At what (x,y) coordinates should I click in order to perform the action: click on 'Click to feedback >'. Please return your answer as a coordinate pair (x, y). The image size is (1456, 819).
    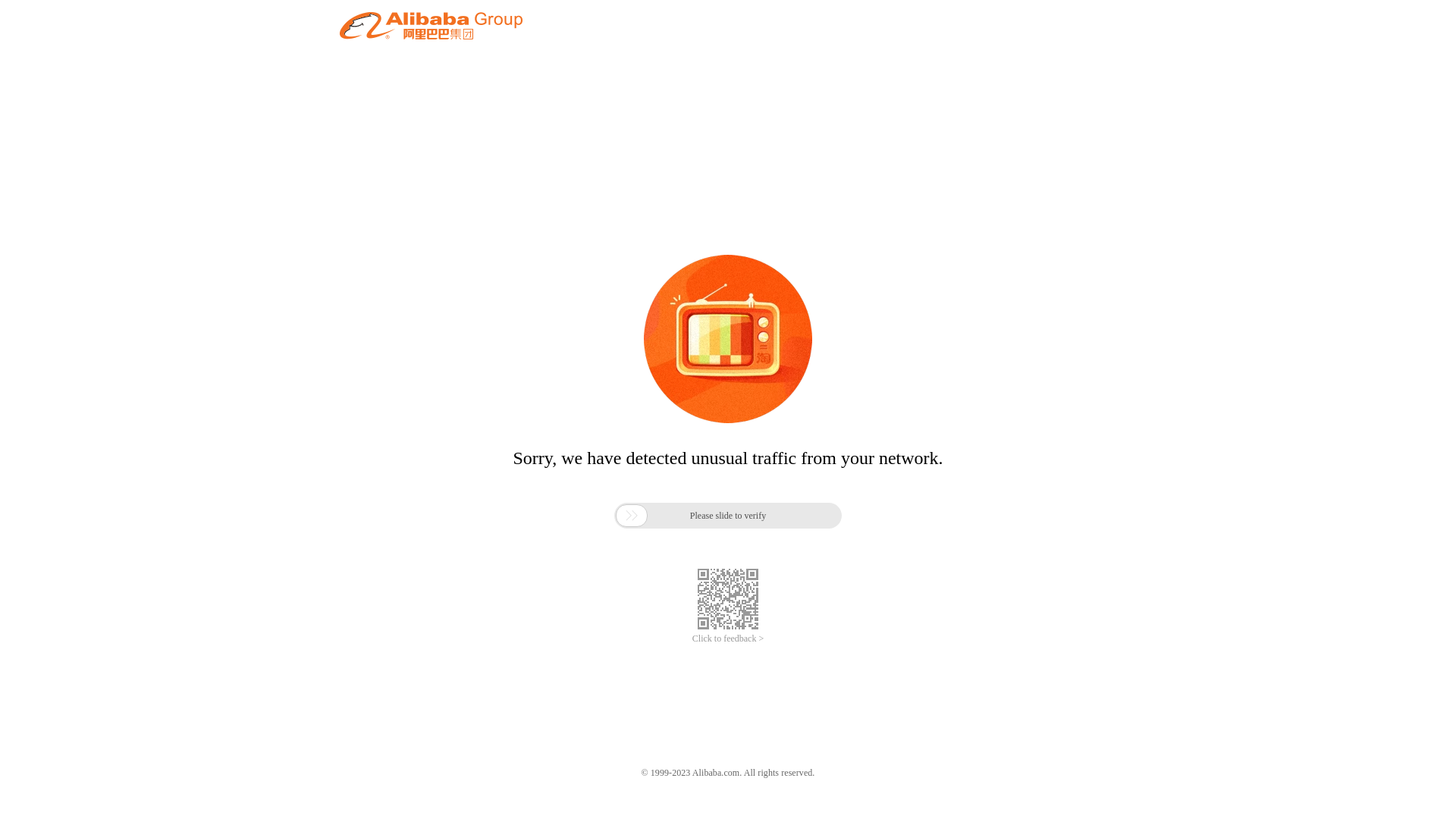
    Looking at the image, I should click on (728, 639).